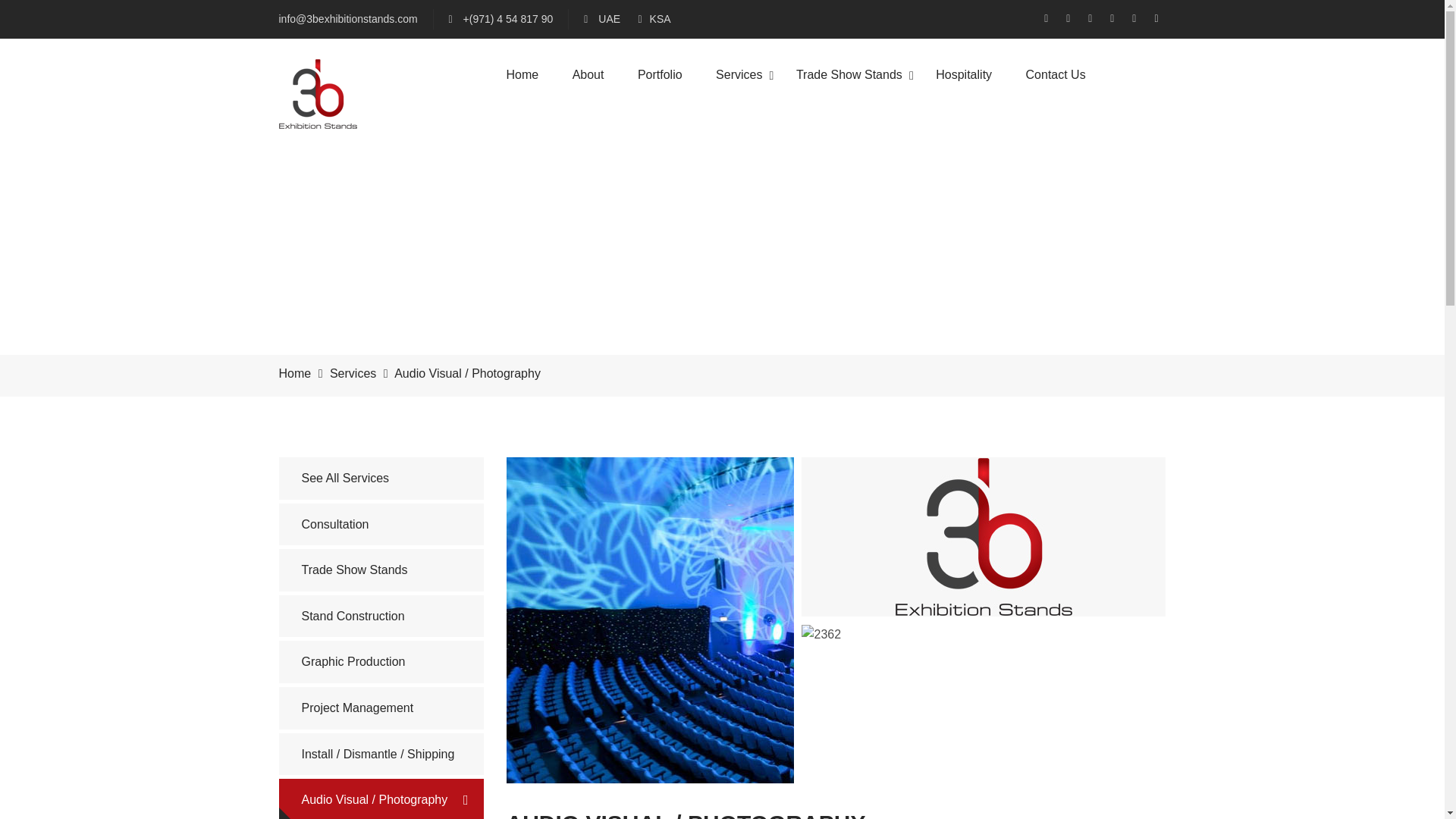  I want to click on 'Services', so click(739, 74).